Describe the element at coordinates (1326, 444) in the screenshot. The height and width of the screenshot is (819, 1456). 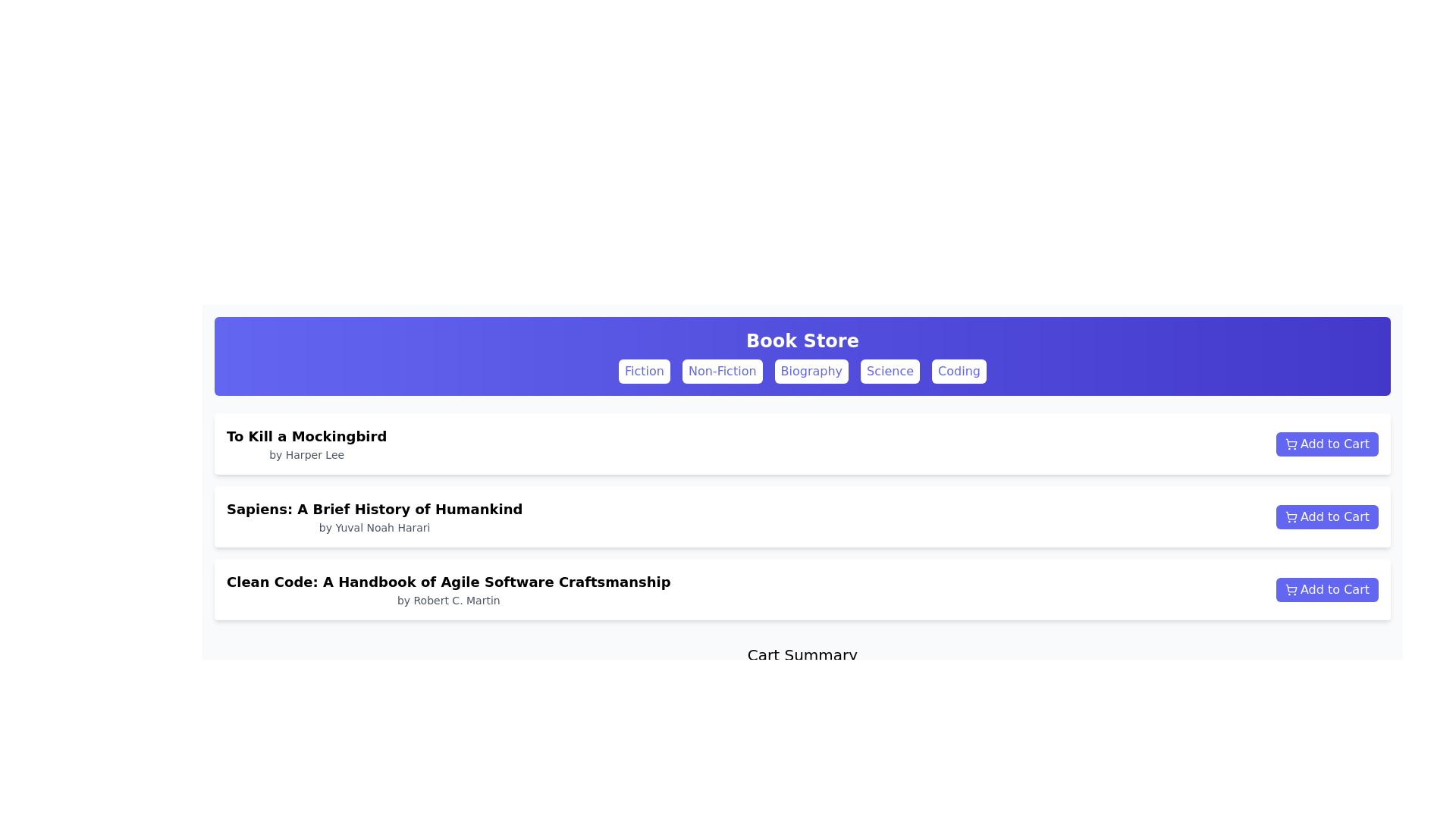
I see `the 'Add to Cart' button for 'To Kill a Mockingbird' to change its background color` at that location.